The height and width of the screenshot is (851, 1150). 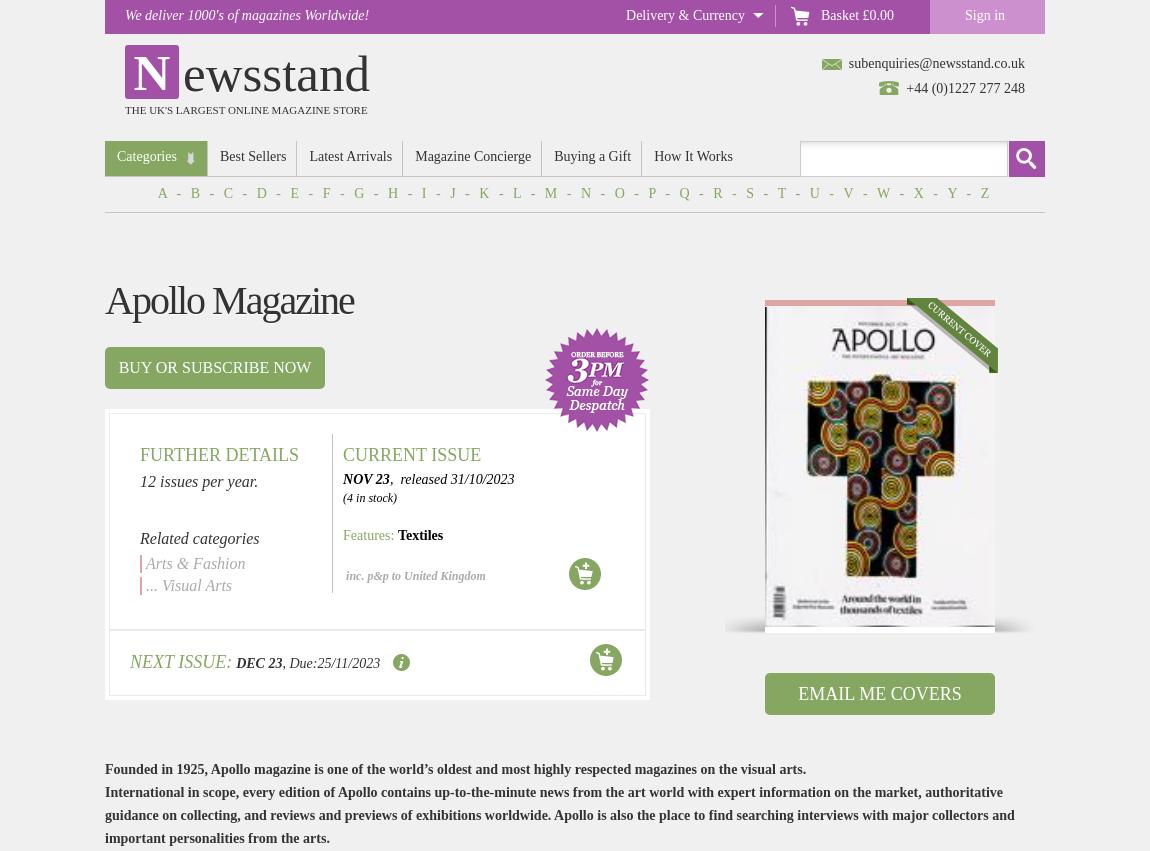 What do you see at coordinates (848, 192) in the screenshot?
I see `'V'` at bounding box center [848, 192].